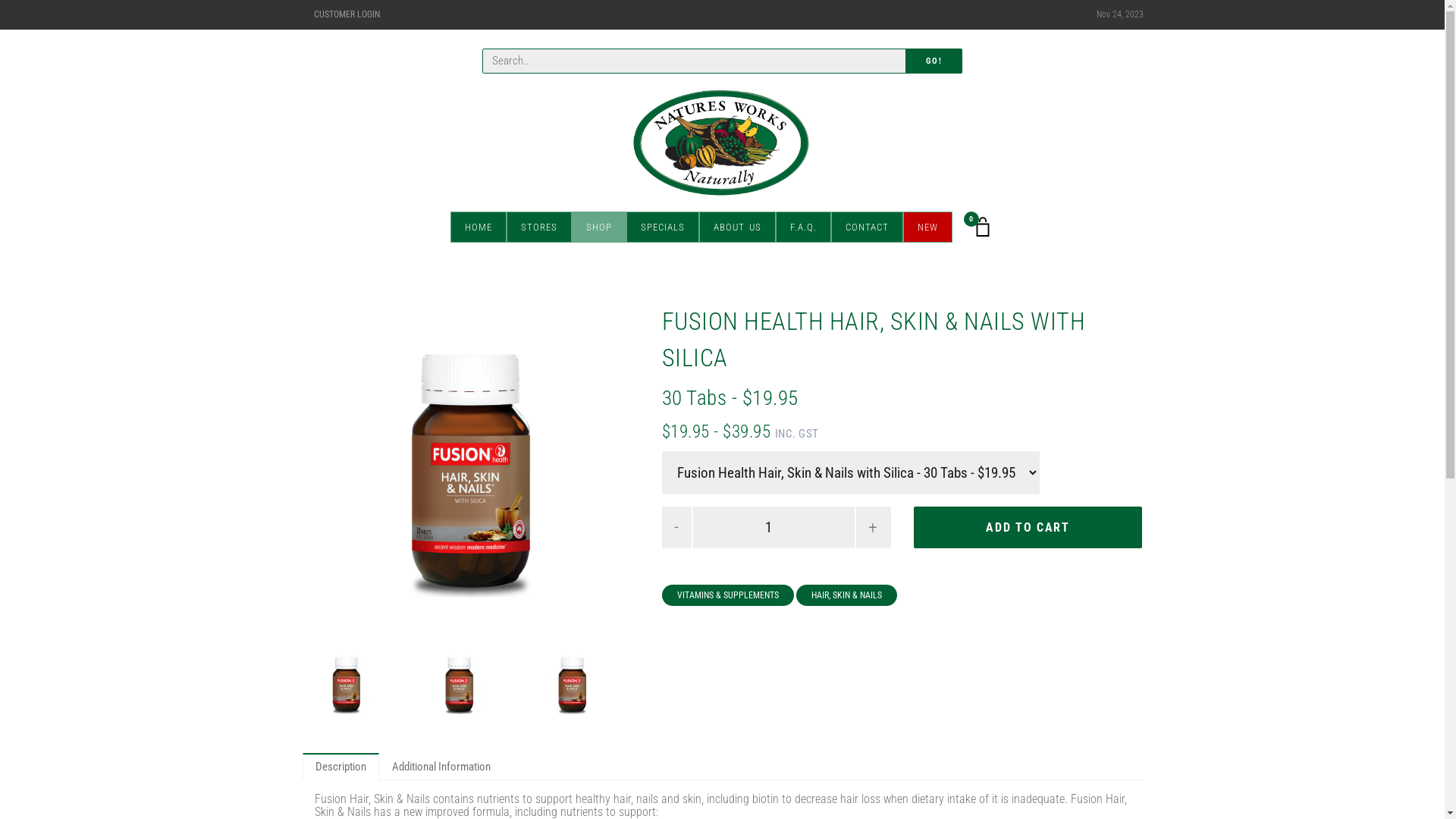 The width and height of the screenshot is (1456, 819). Describe the element at coordinates (795, 595) in the screenshot. I see `'HAIR, SKIN & NAILS'` at that location.